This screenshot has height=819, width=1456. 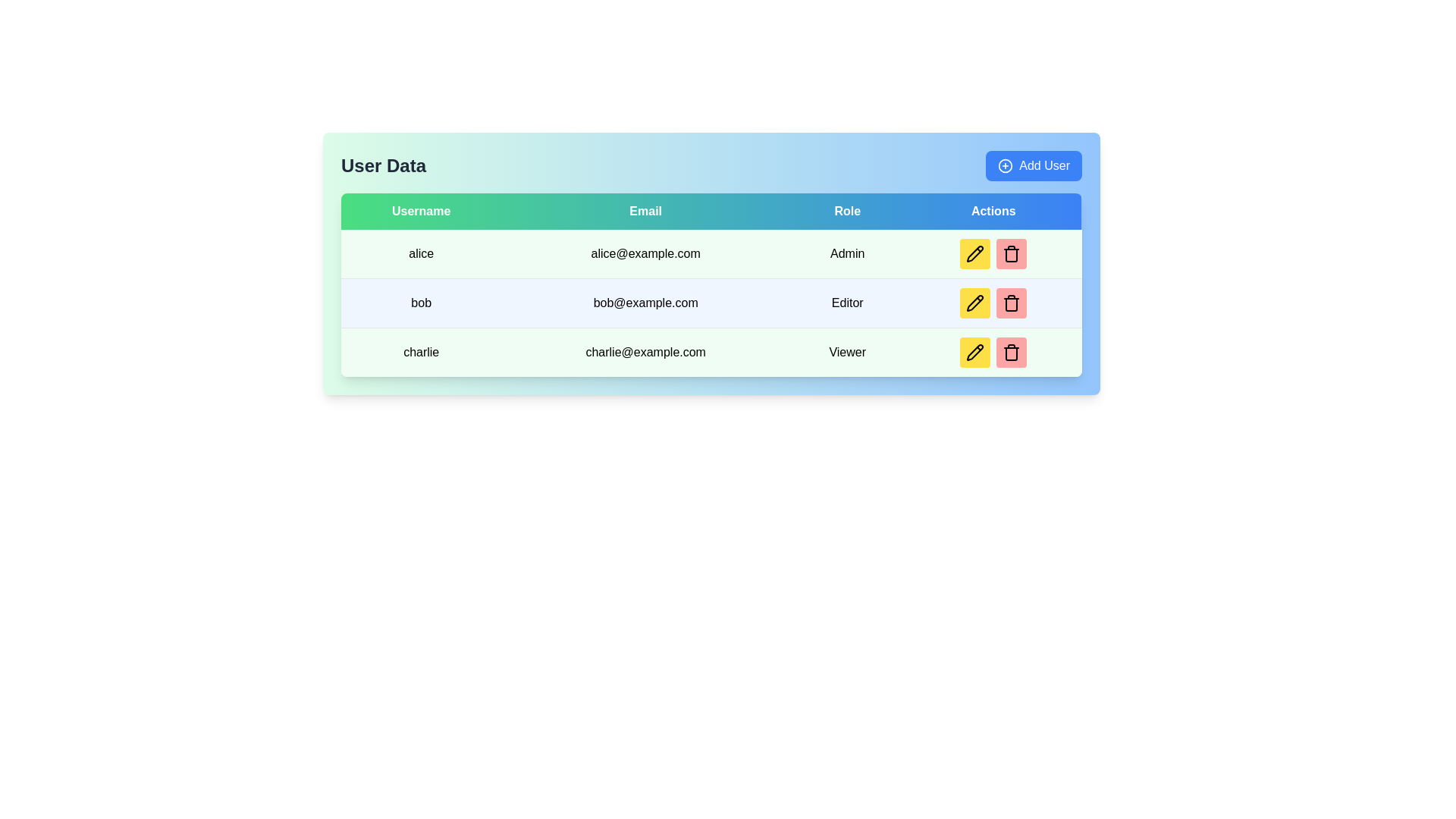 What do you see at coordinates (1006, 166) in the screenshot?
I see `the 'Add User' icon located to the left of the 'Add User' text within the button` at bounding box center [1006, 166].